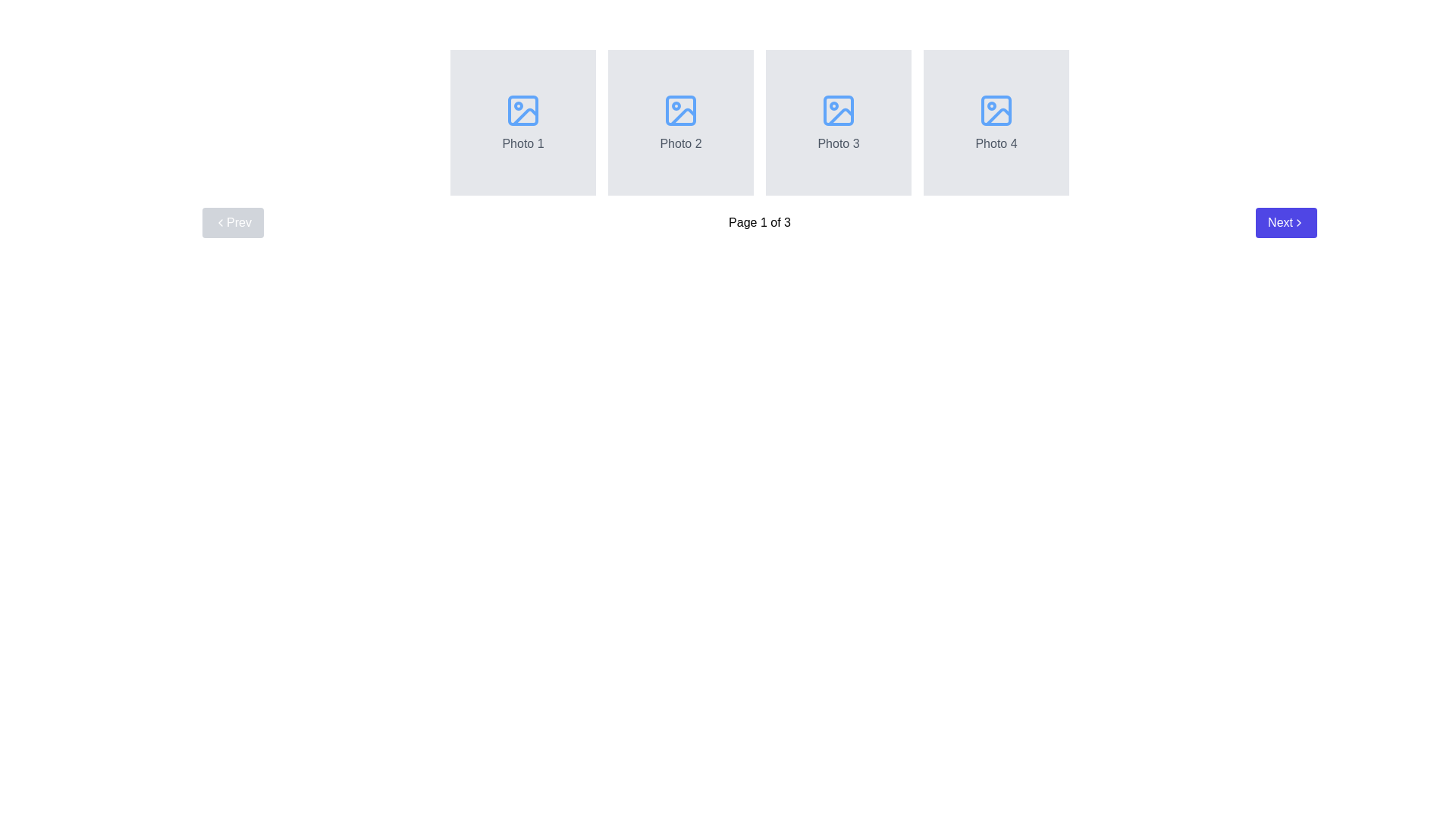 Image resolution: width=1456 pixels, height=819 pixels. Describe the element at coordinates (837, 110) in the screenshot. I see `the light blue rectangular component with rounded corners inside the 'Photo 3' SVG icon, which is part of a landscape representation` at that location.